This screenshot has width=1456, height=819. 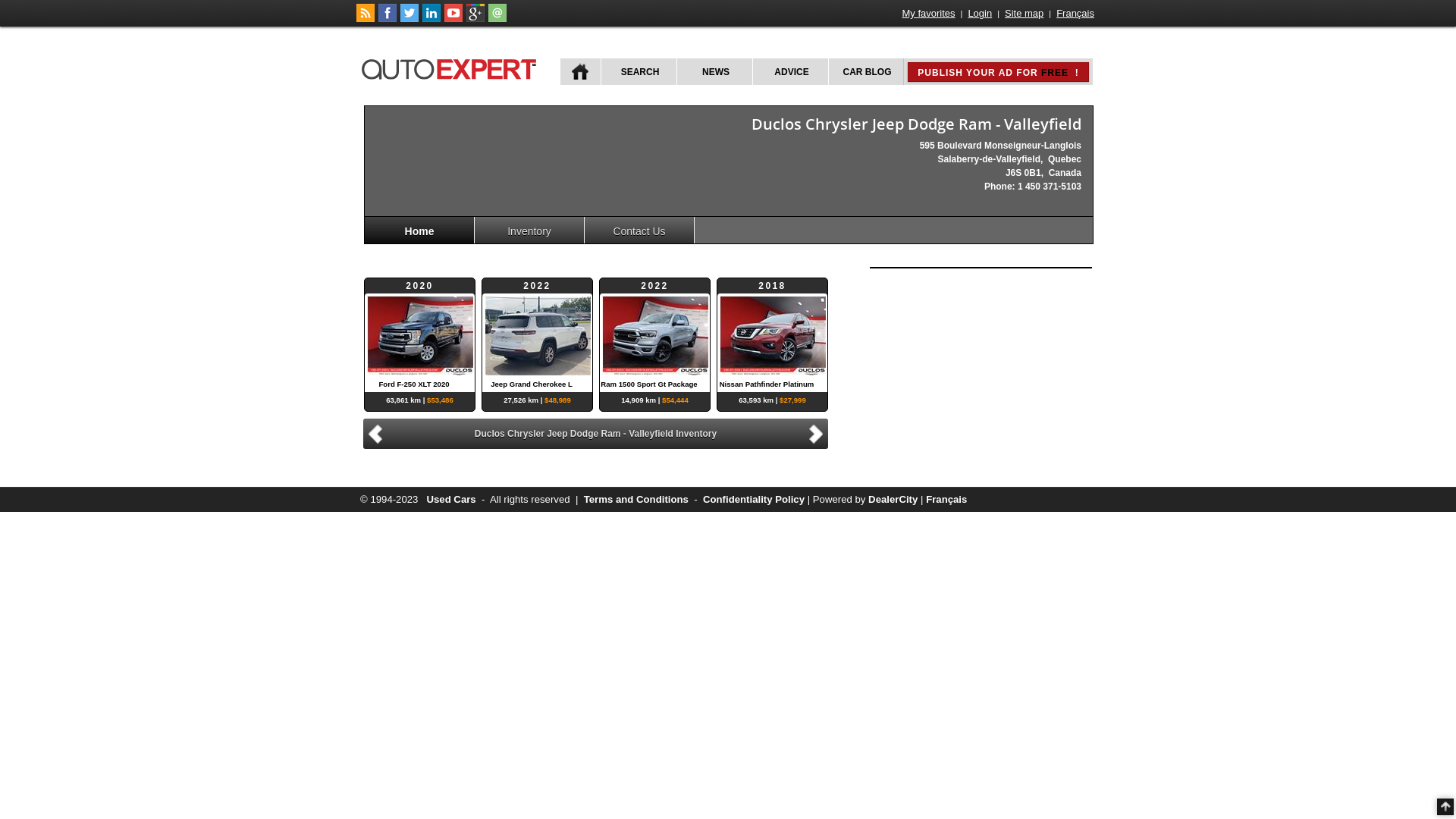 I want to click on 'Used Cars', so click(x=450, y=499).